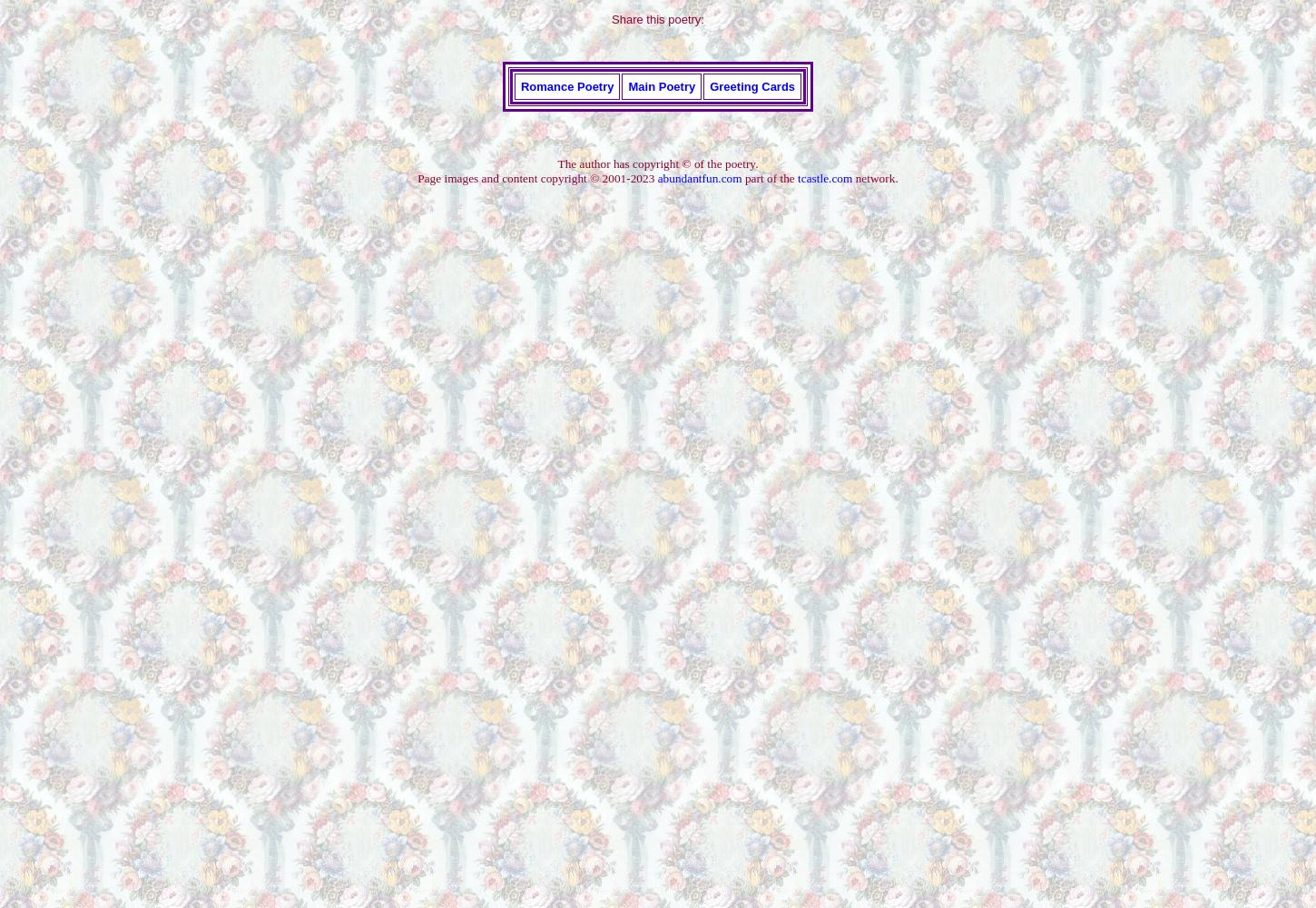 The height and width of the screenshot is (908, 1316). Describe the element at coordinates (656, 163) in the screenshot. I see `'The author has copyright © of the poetry.'` at that location.